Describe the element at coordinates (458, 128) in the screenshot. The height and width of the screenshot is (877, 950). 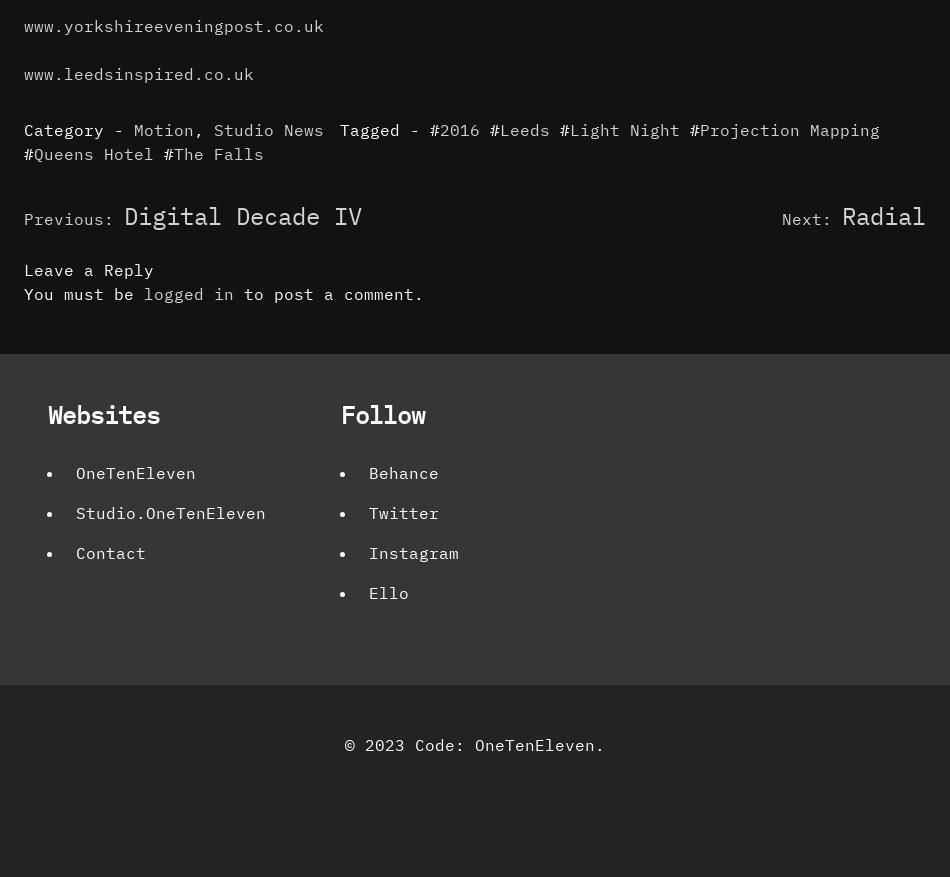
I see `'2016'` at that location.